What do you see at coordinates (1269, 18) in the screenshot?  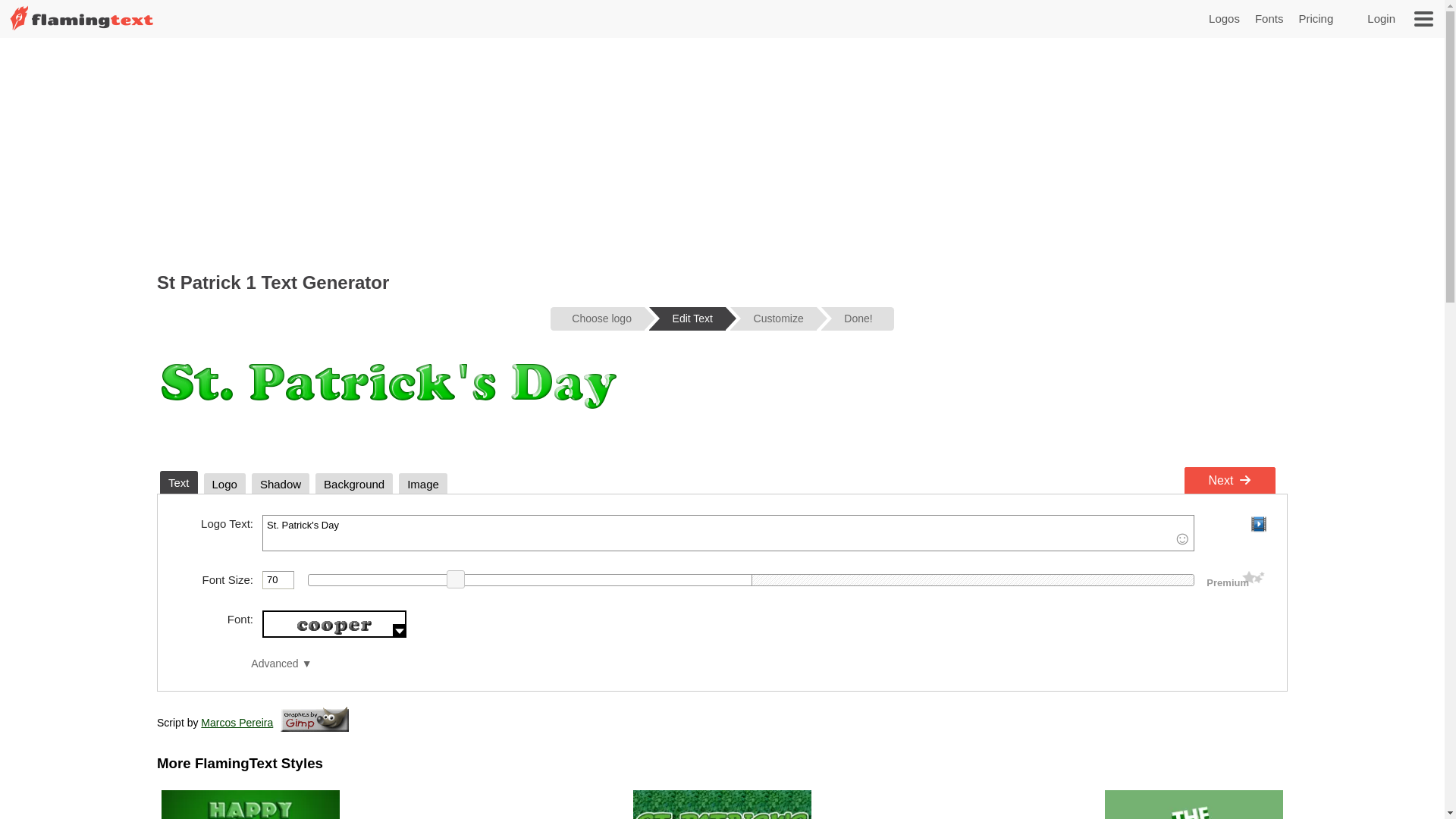 I see `'Fonts'` at bounding box center [1269, 18].